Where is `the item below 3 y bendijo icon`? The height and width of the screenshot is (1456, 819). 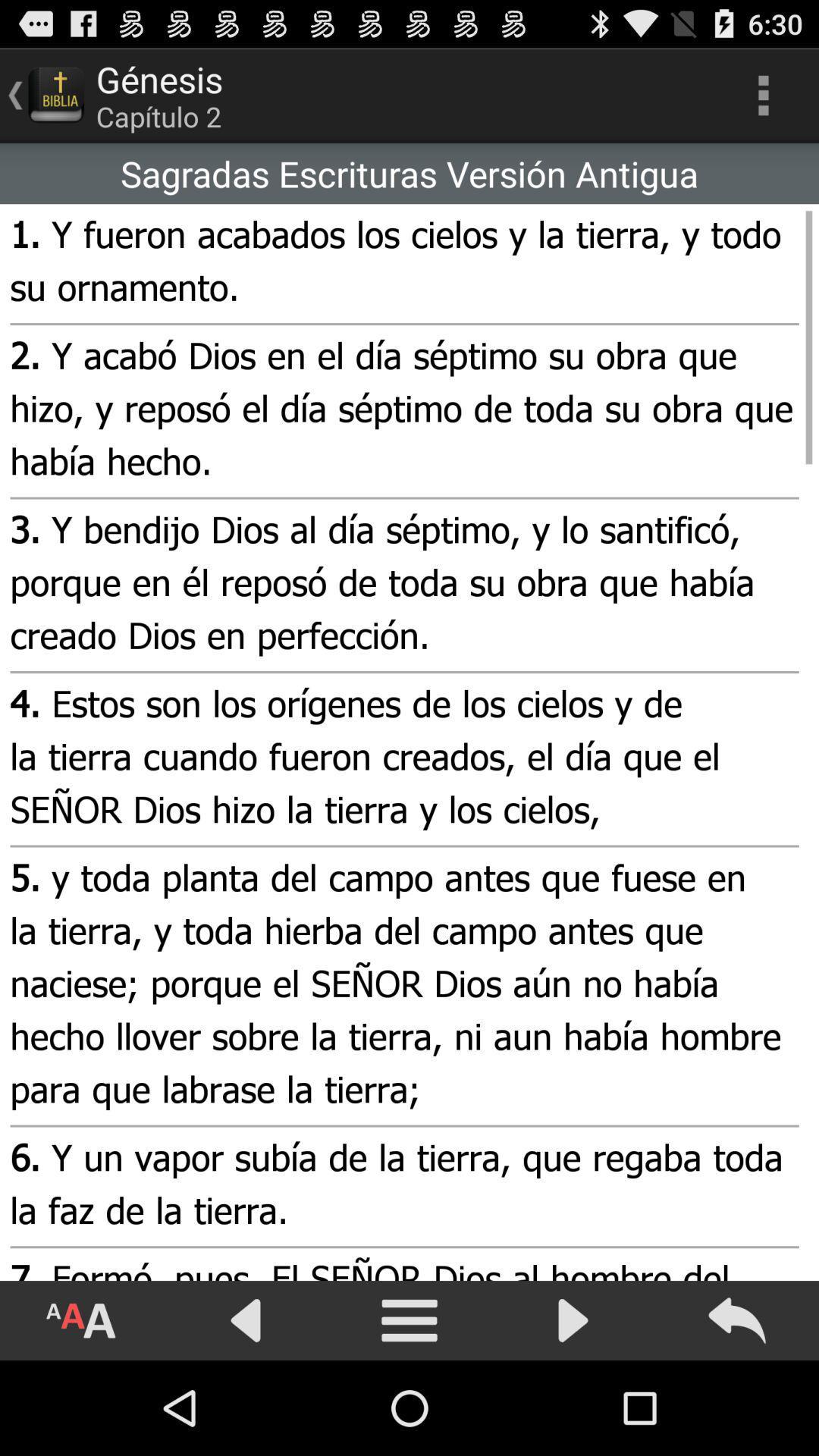 the item below 3 y bendijo icon is located at coordinates (402, 759).